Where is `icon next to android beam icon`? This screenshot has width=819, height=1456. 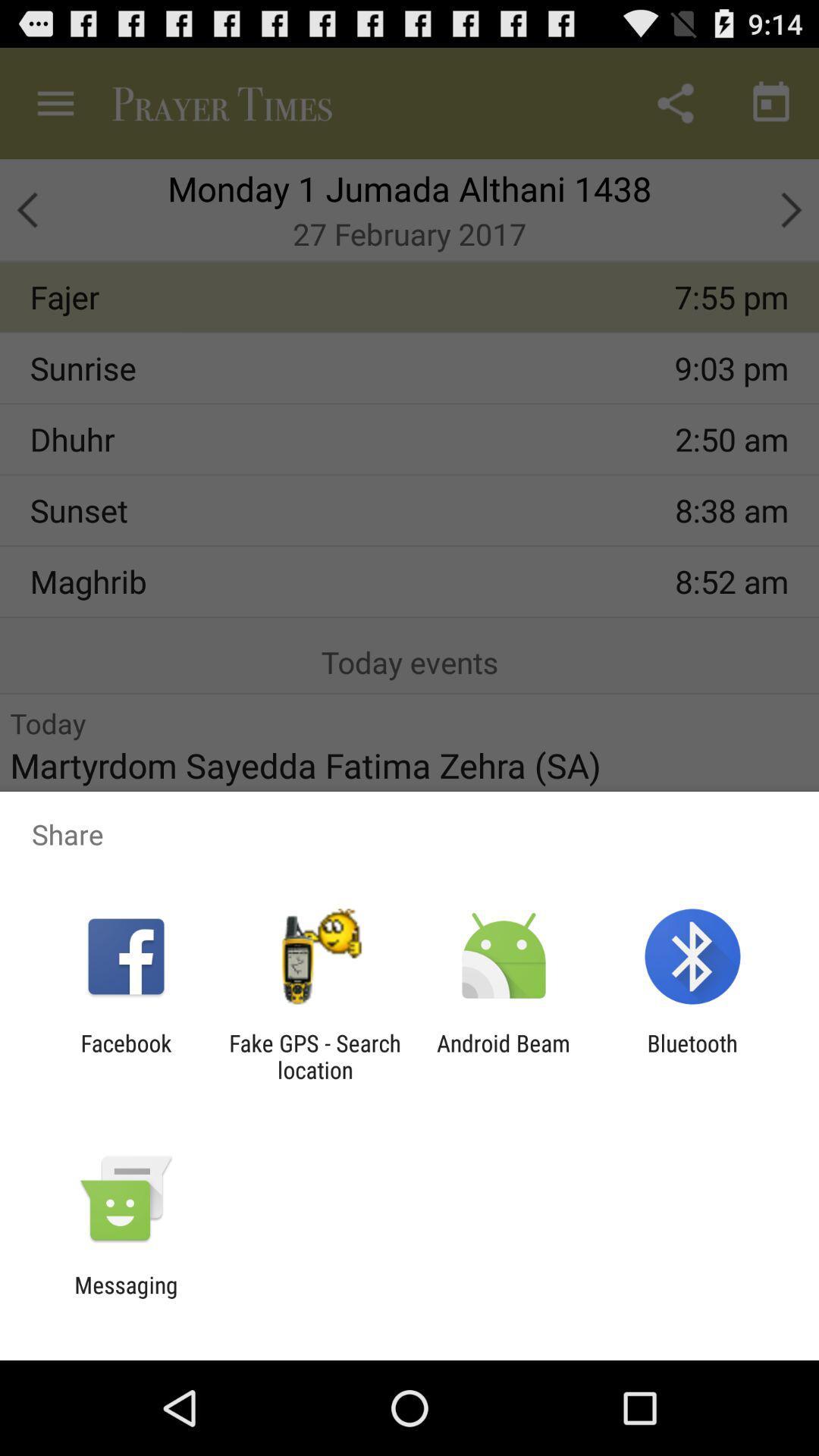 icon next to android beam icon is located at coordinates (314, 1056).